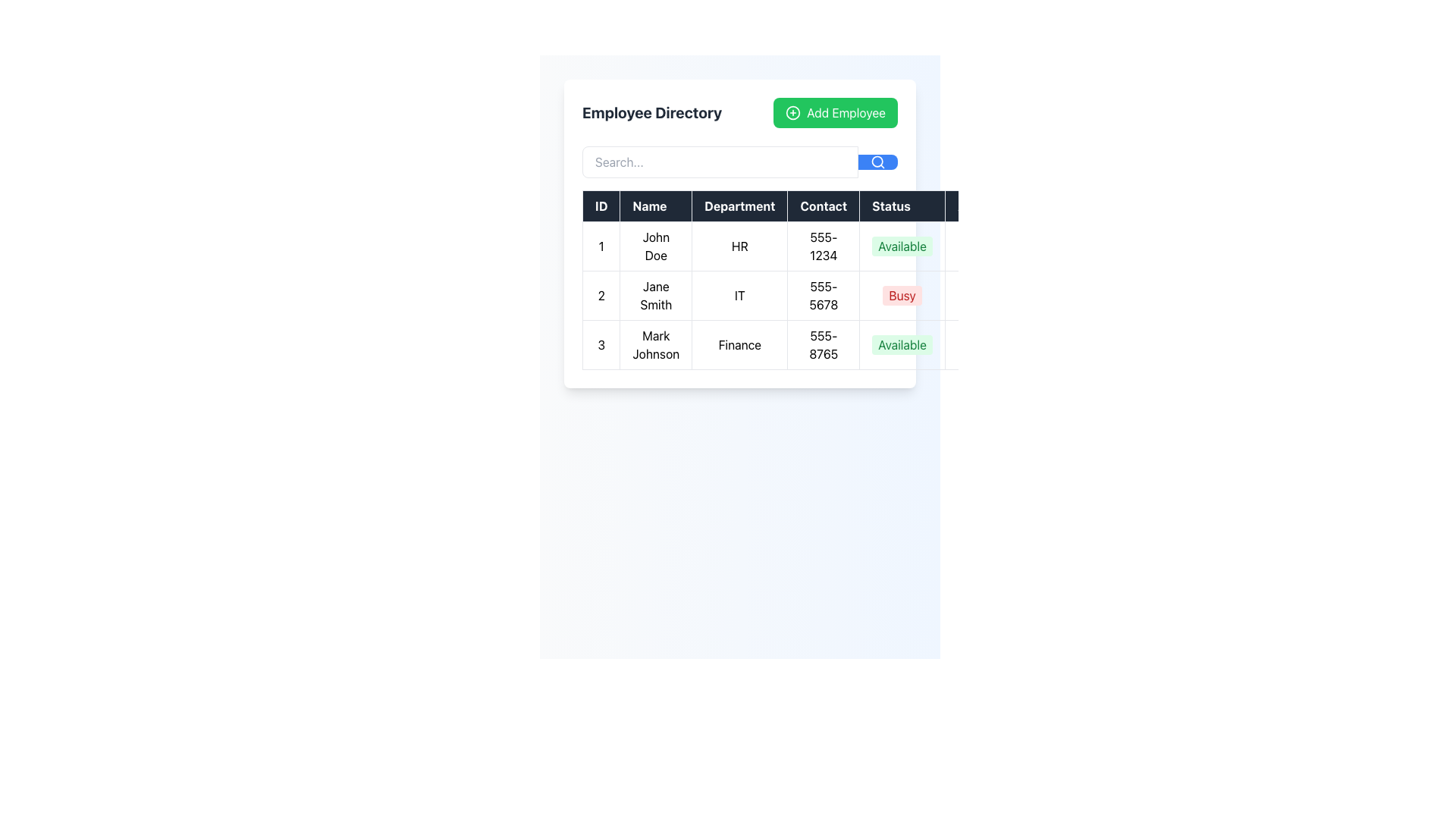  What do you see at coordinates (656, 206) in the screenshot?
I see `text from the Table Header Cell labeled 'Name', which is a rectangular cell with a dark background and white bold text, located in the second column of the header row between 'ID' and 'Department'` at bounding box center [656, 206].